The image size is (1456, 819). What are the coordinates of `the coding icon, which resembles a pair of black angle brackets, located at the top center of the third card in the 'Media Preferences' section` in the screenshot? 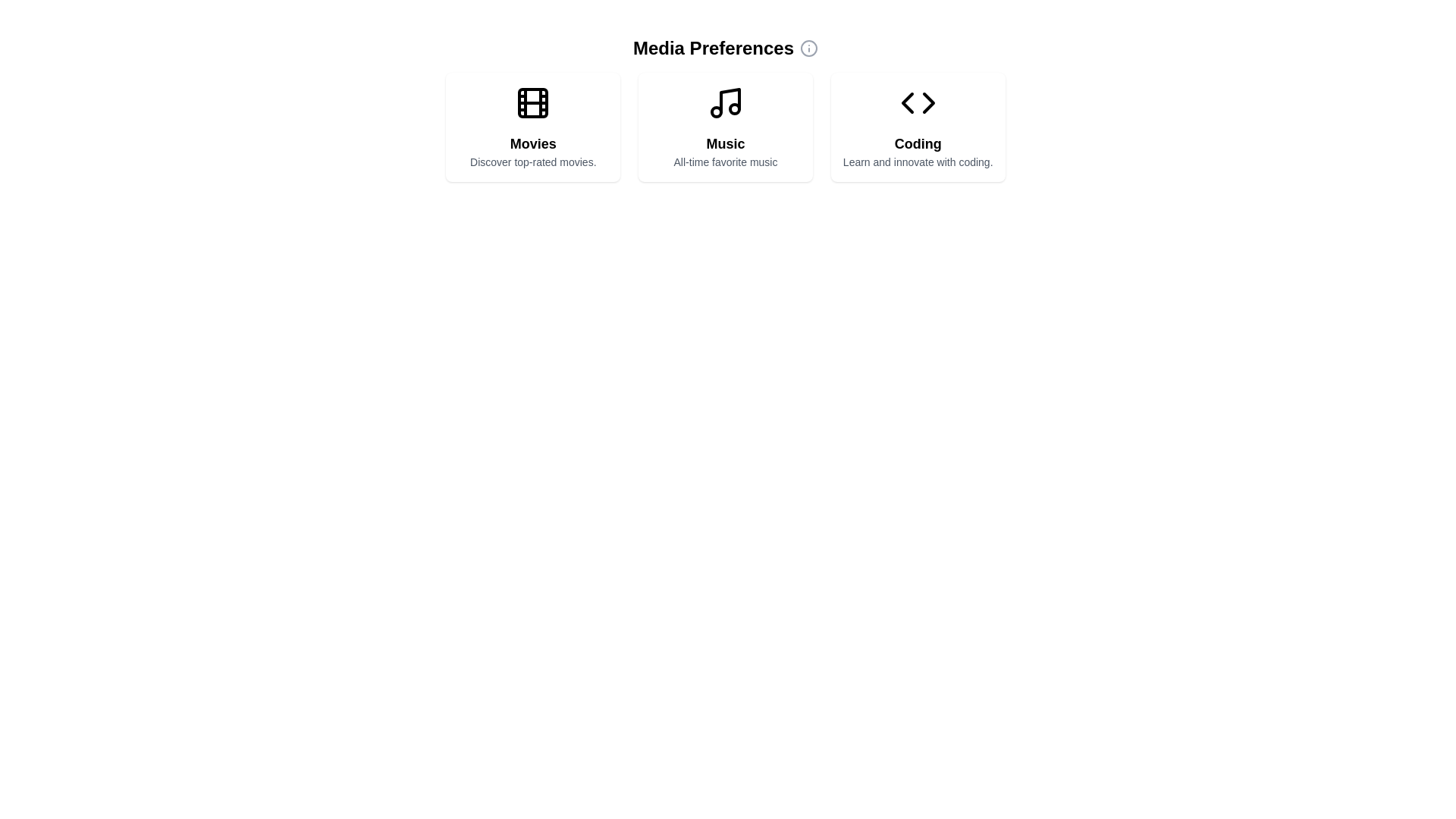 It's located at (917, 102).